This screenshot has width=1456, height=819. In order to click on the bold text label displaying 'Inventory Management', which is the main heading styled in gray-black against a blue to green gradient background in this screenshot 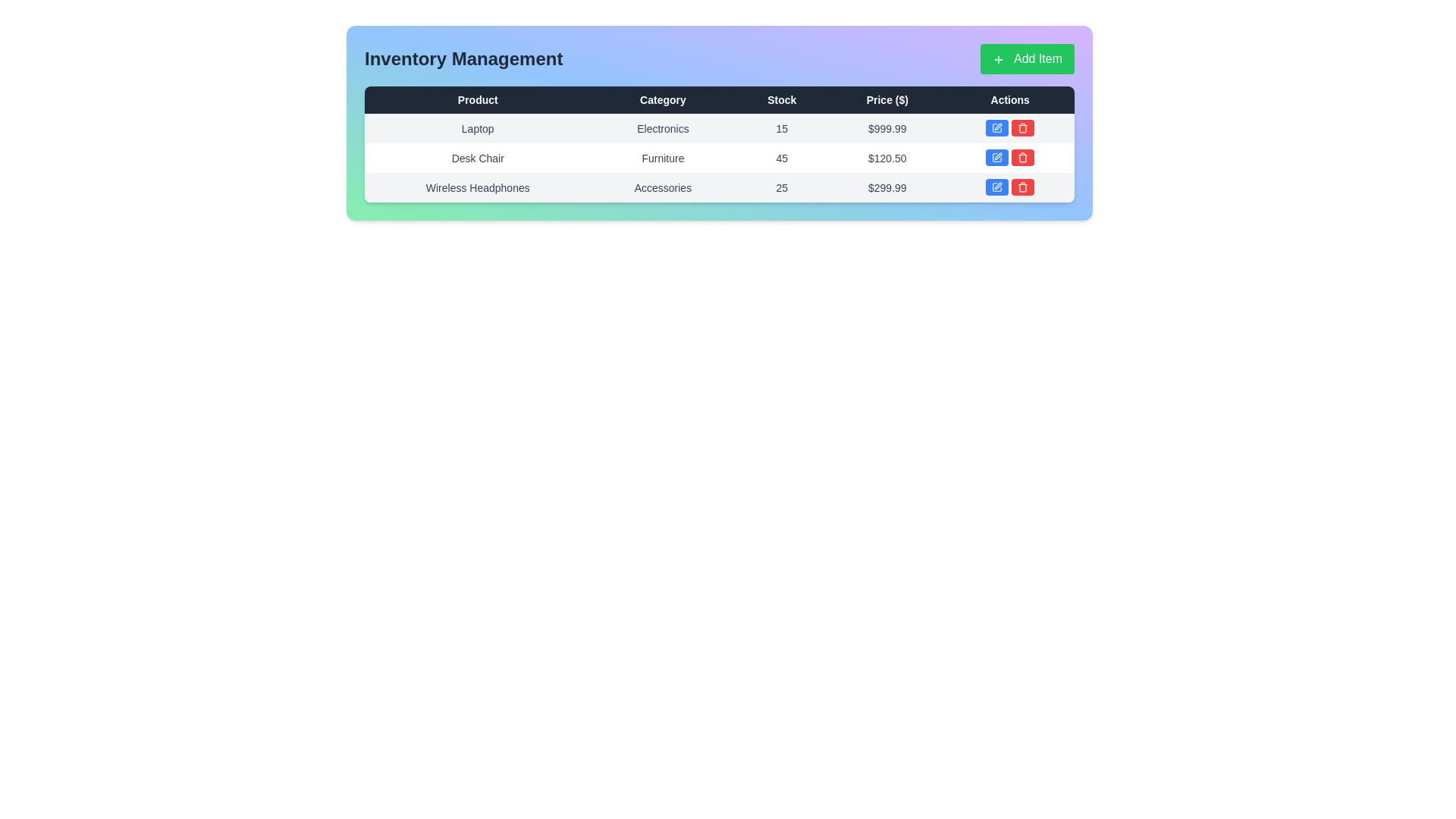, I will do `click(463, 58)`.